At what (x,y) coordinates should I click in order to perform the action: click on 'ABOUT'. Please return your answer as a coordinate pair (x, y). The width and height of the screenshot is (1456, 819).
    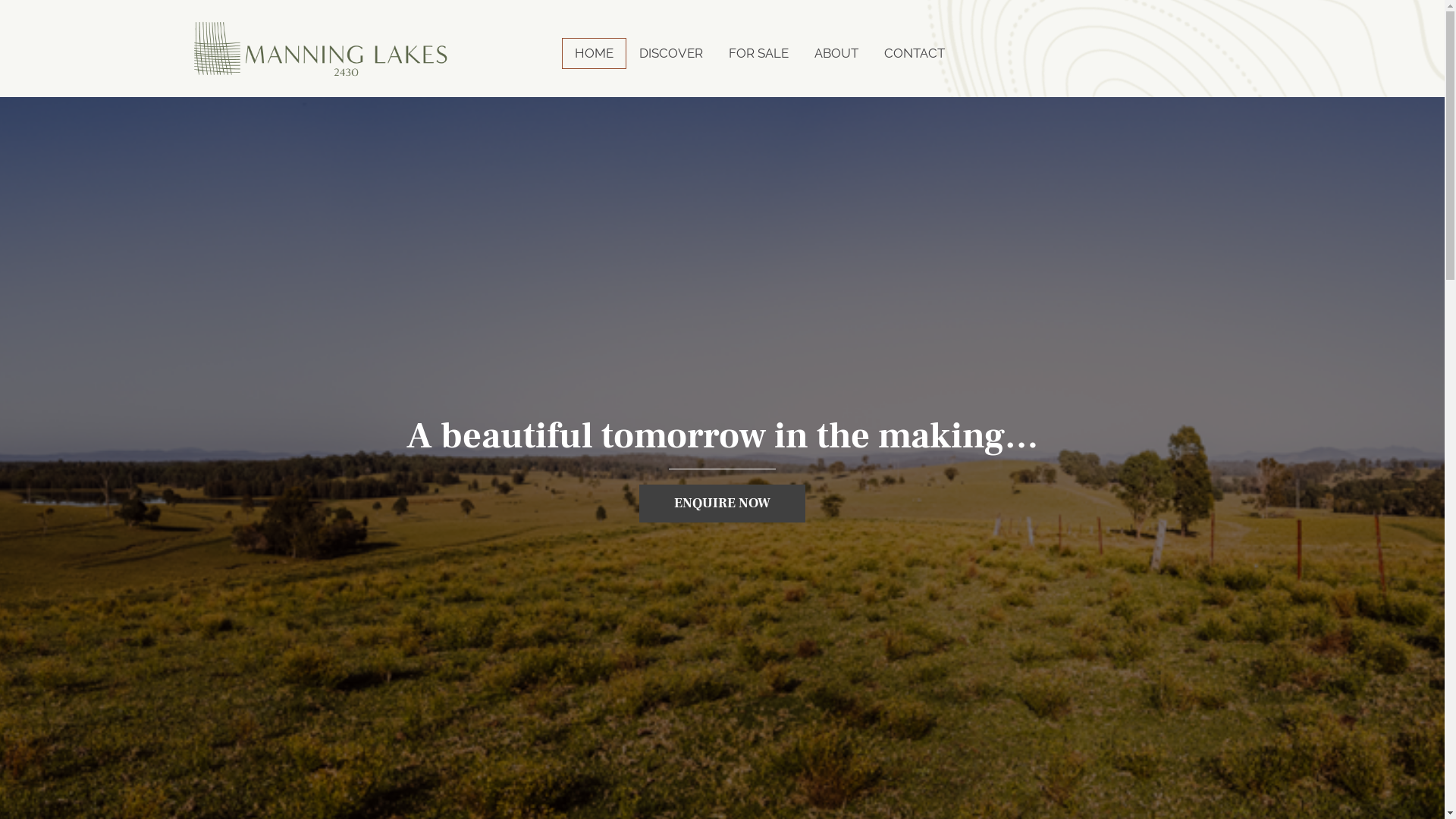
    Looking at the image, I should click on (836, 52).